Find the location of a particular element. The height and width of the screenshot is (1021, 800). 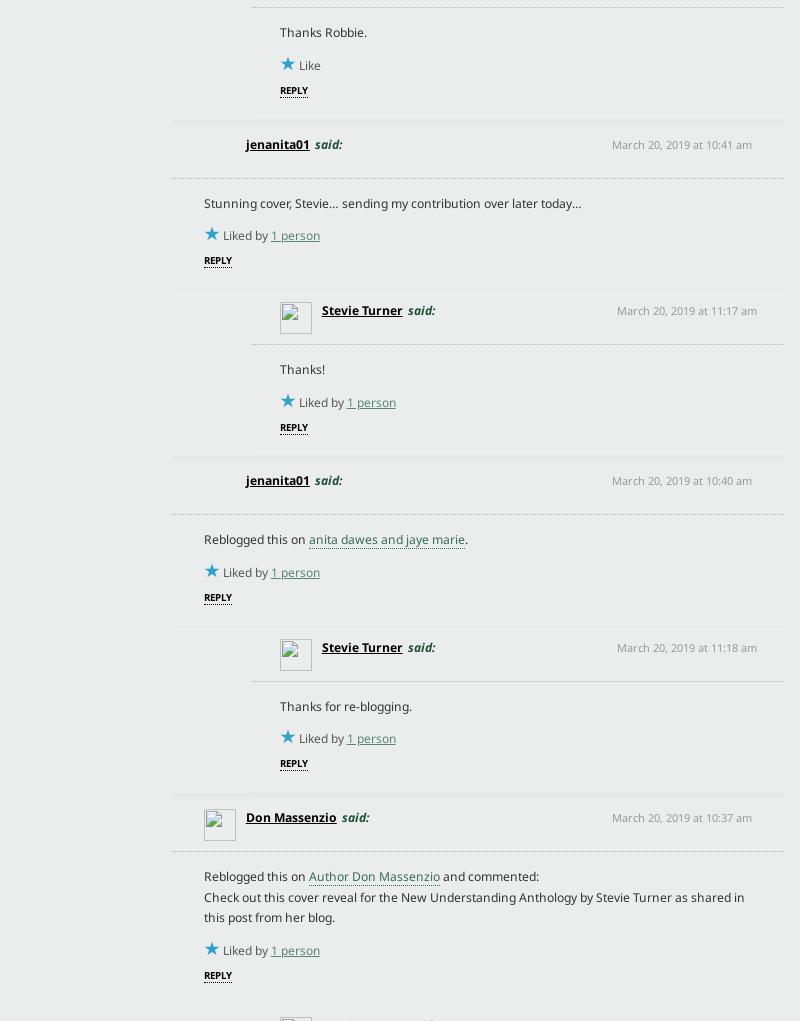

'anita dawes and jaye marie' is located at coordinates (385, 539).